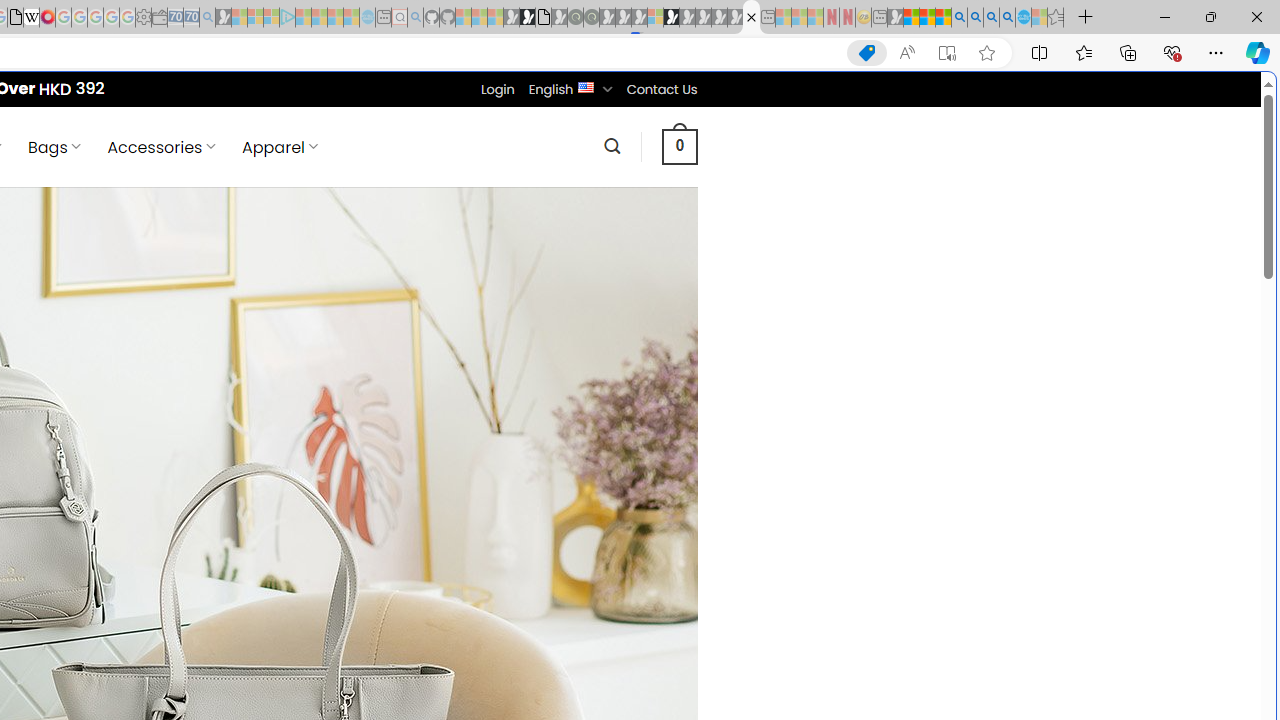 The image size is (1280, 720). Describe the element at coordinates (679, 145) in the screenshot. I see `'  0  '` at that location.